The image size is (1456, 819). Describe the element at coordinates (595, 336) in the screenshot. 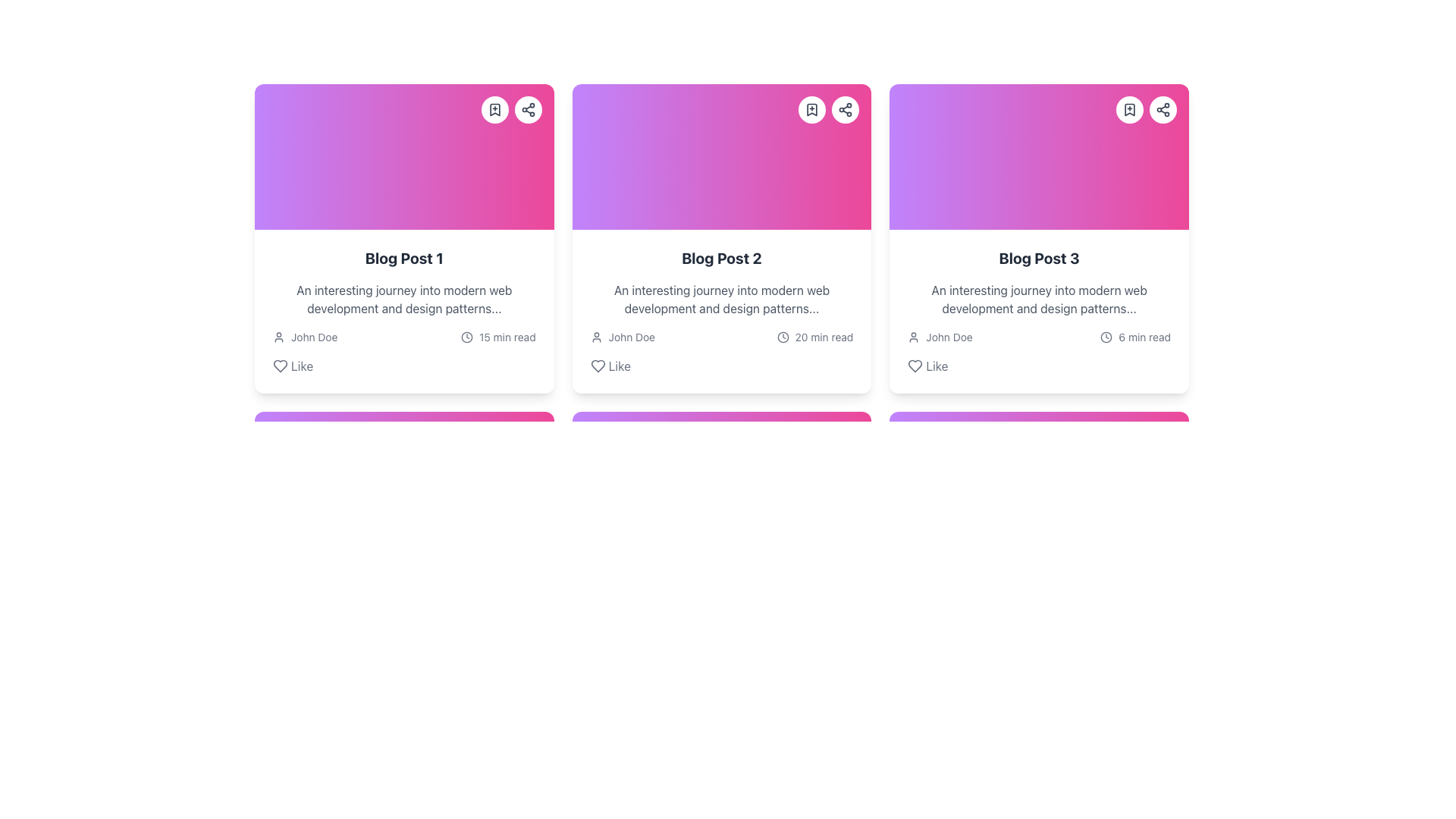

I see `the user SVG icon located to the left of the 'John Doe' text in the bottom section of the 'Blog Post 1' card` at that location.